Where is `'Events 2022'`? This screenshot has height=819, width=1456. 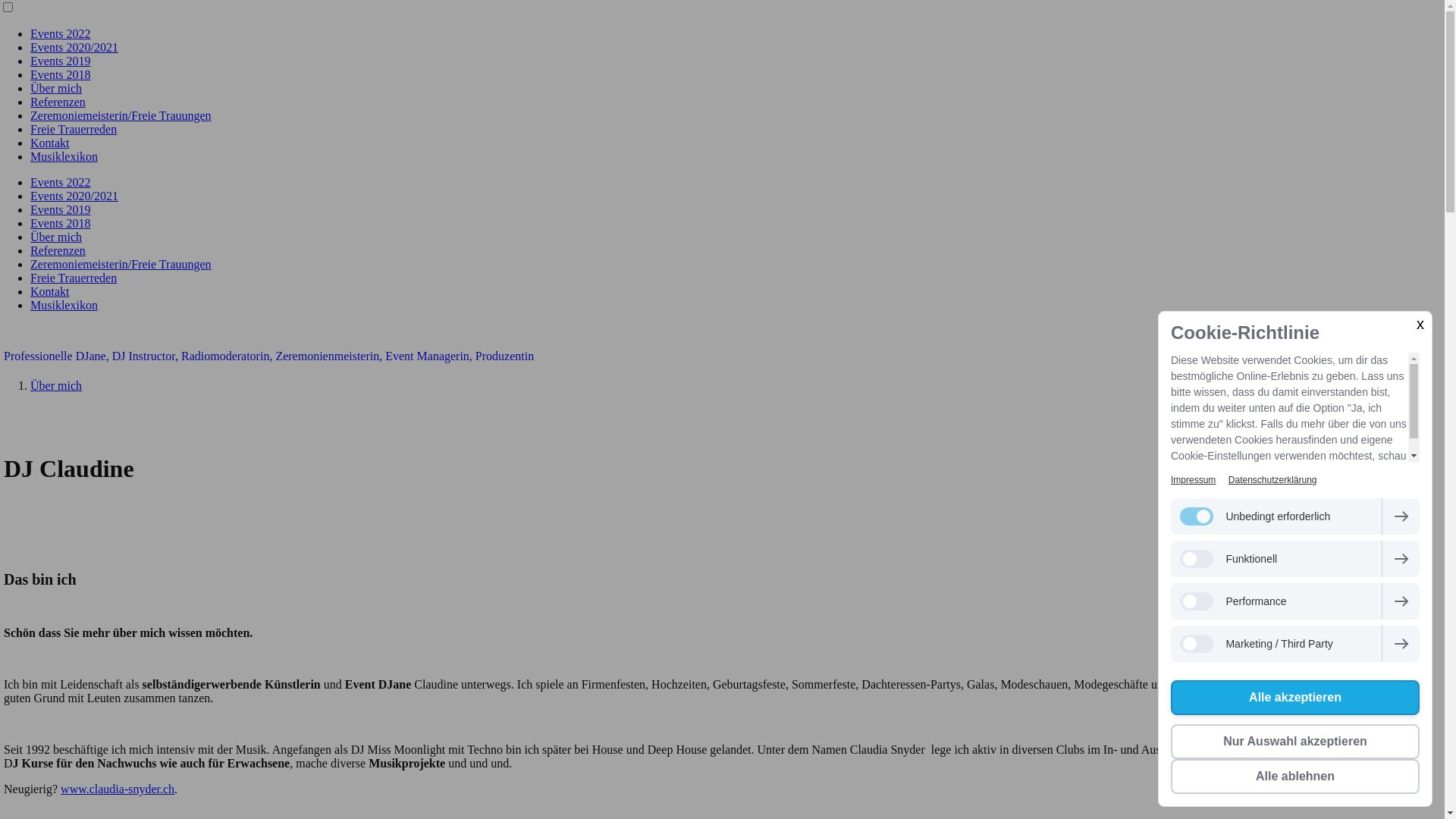 'Events 2022' is located at coordinates (61, 181).